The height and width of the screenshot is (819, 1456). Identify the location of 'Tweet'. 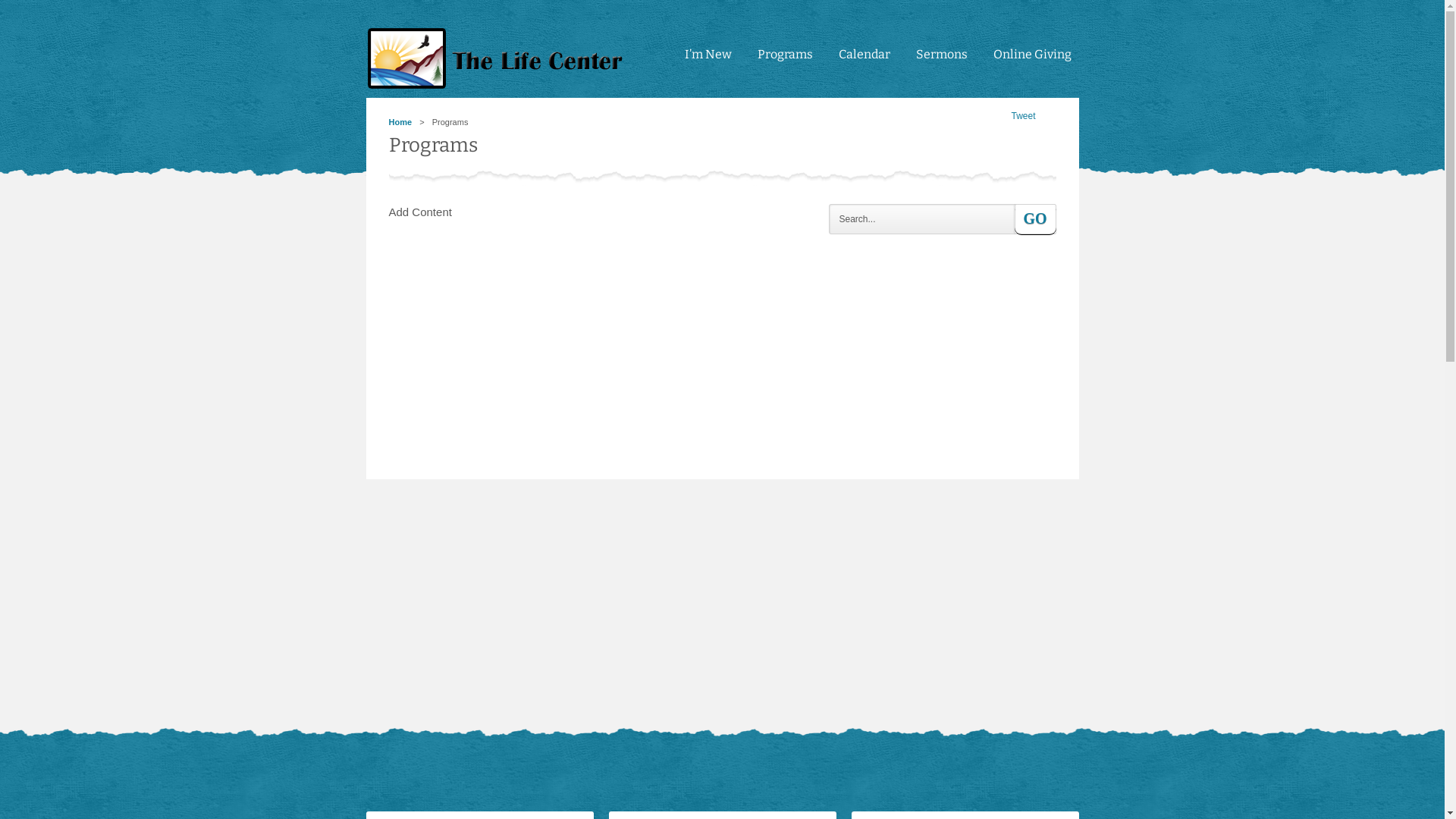
(1022, 115).